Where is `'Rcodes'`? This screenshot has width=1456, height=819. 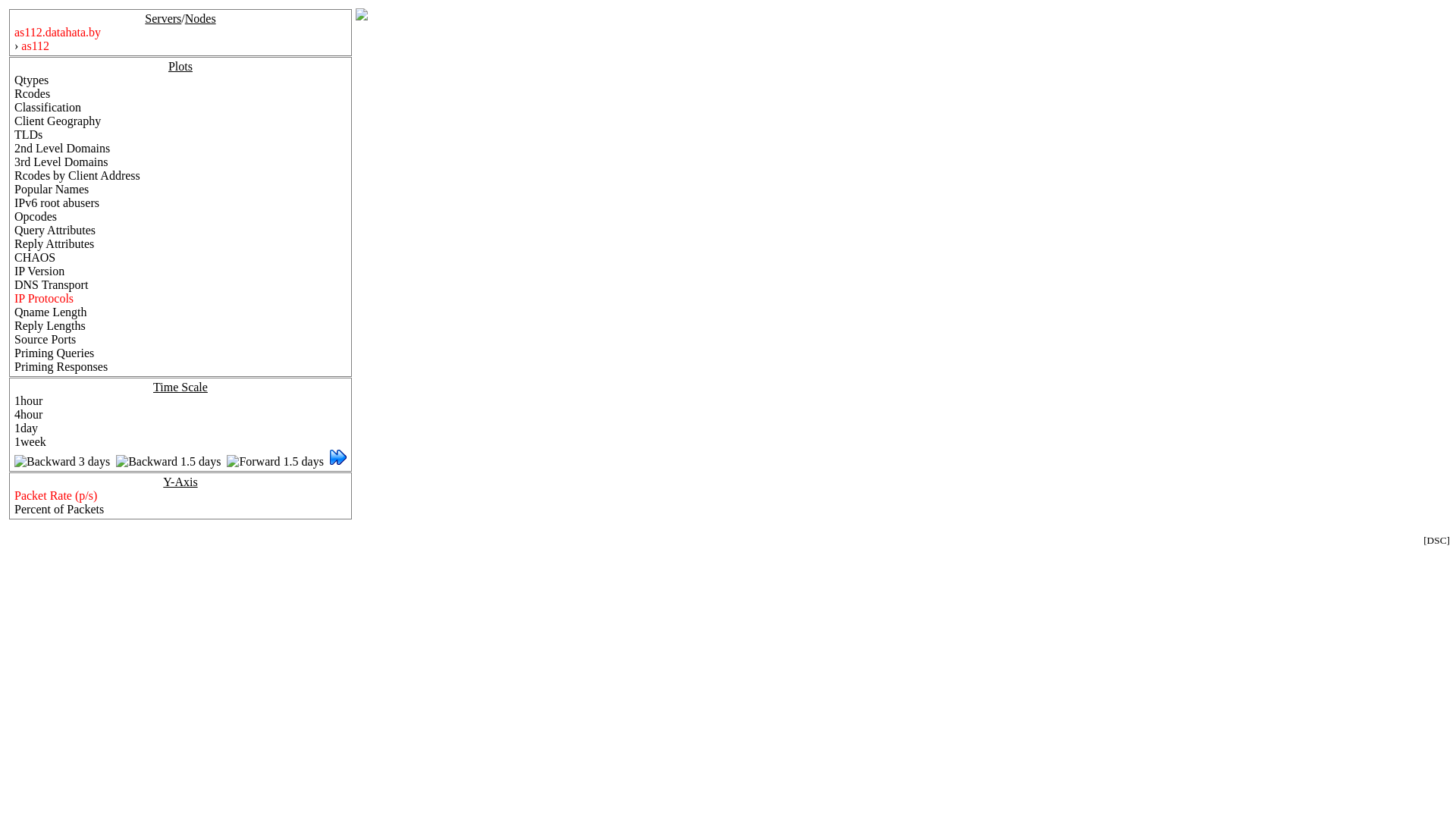 'Rcodes' is located at coordinates (14, 93).